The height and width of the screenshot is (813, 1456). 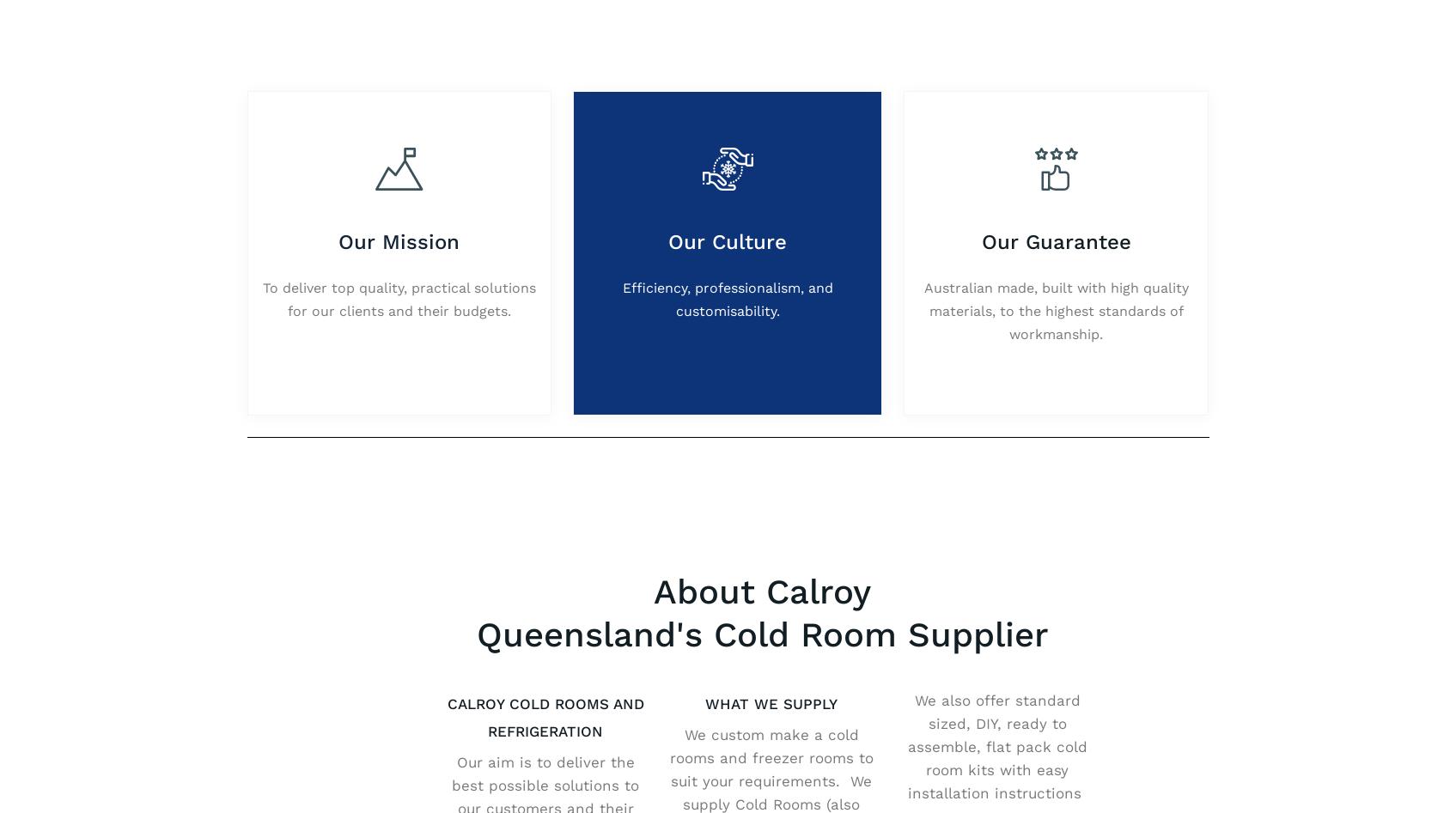 What do you see at coordinates (706, 15) in the screenshot?
I see `'About'` at bounding box center [706, 15].